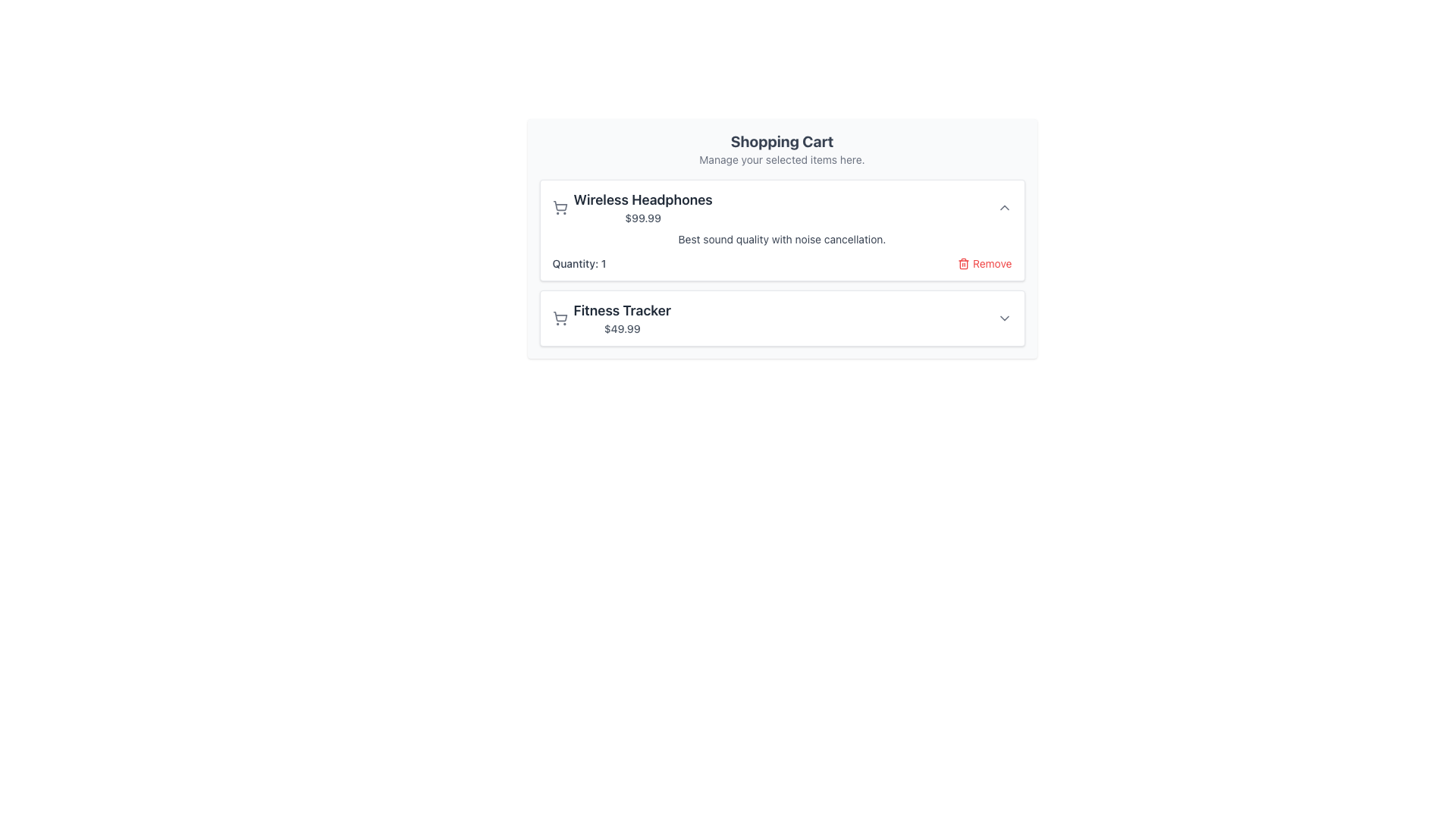 The image size is (1456, 819). What do you see at coordinates (643, 207) in the screenshot?
I see `the text displayed in the TextBlock showing the product title 'Wireless Headphones' and its price '$99.99', located in the top segment of the shopping cart interface` at bounding box center [643, 207].